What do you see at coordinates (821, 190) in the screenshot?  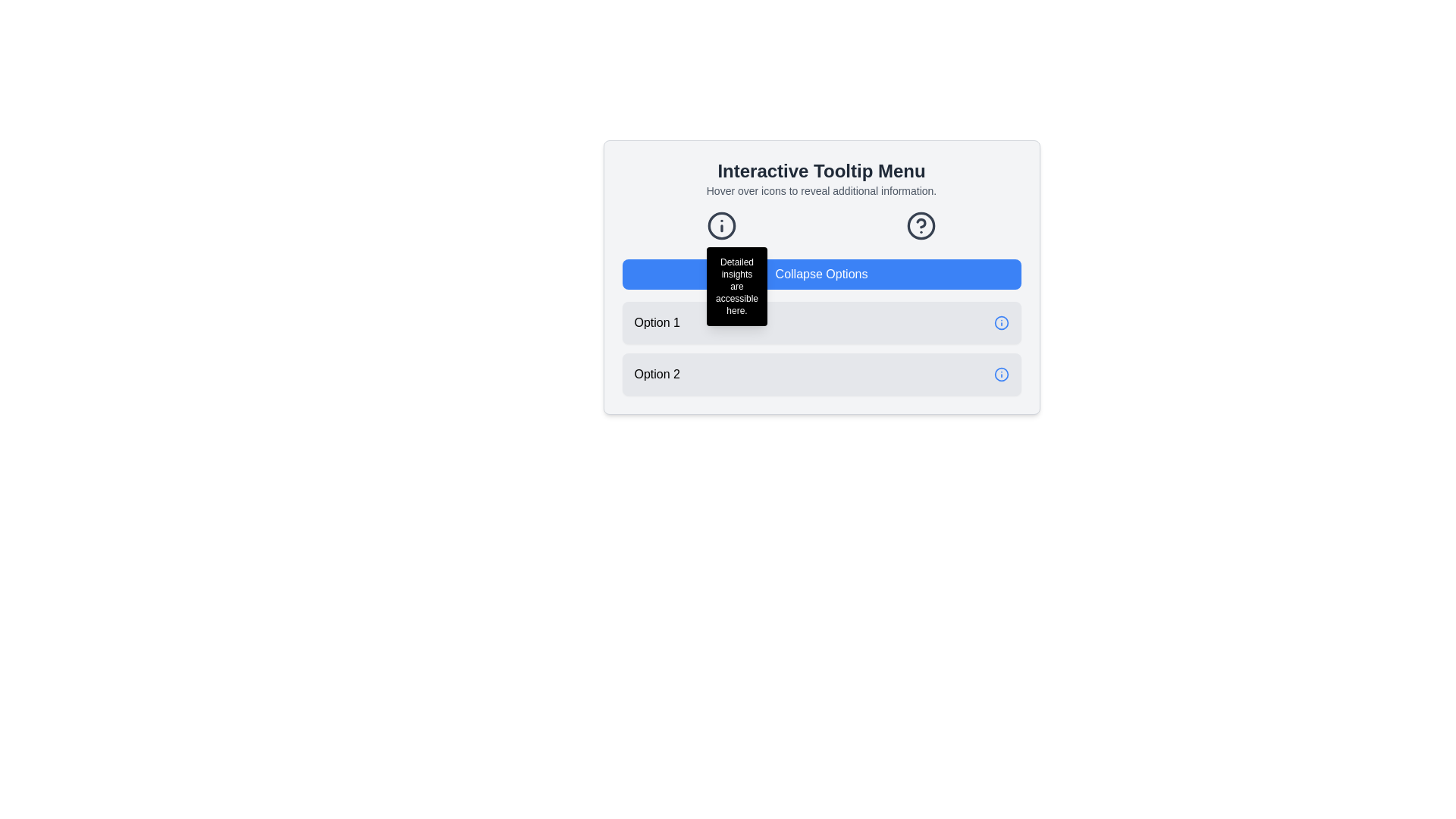 I see `text that states 'Hover over icons to reveal additional information.' which is styled with a smaller font size and gray color, located beneath the 'Interactive Tooltip Menu' heading` at bounding box center [821, 190].